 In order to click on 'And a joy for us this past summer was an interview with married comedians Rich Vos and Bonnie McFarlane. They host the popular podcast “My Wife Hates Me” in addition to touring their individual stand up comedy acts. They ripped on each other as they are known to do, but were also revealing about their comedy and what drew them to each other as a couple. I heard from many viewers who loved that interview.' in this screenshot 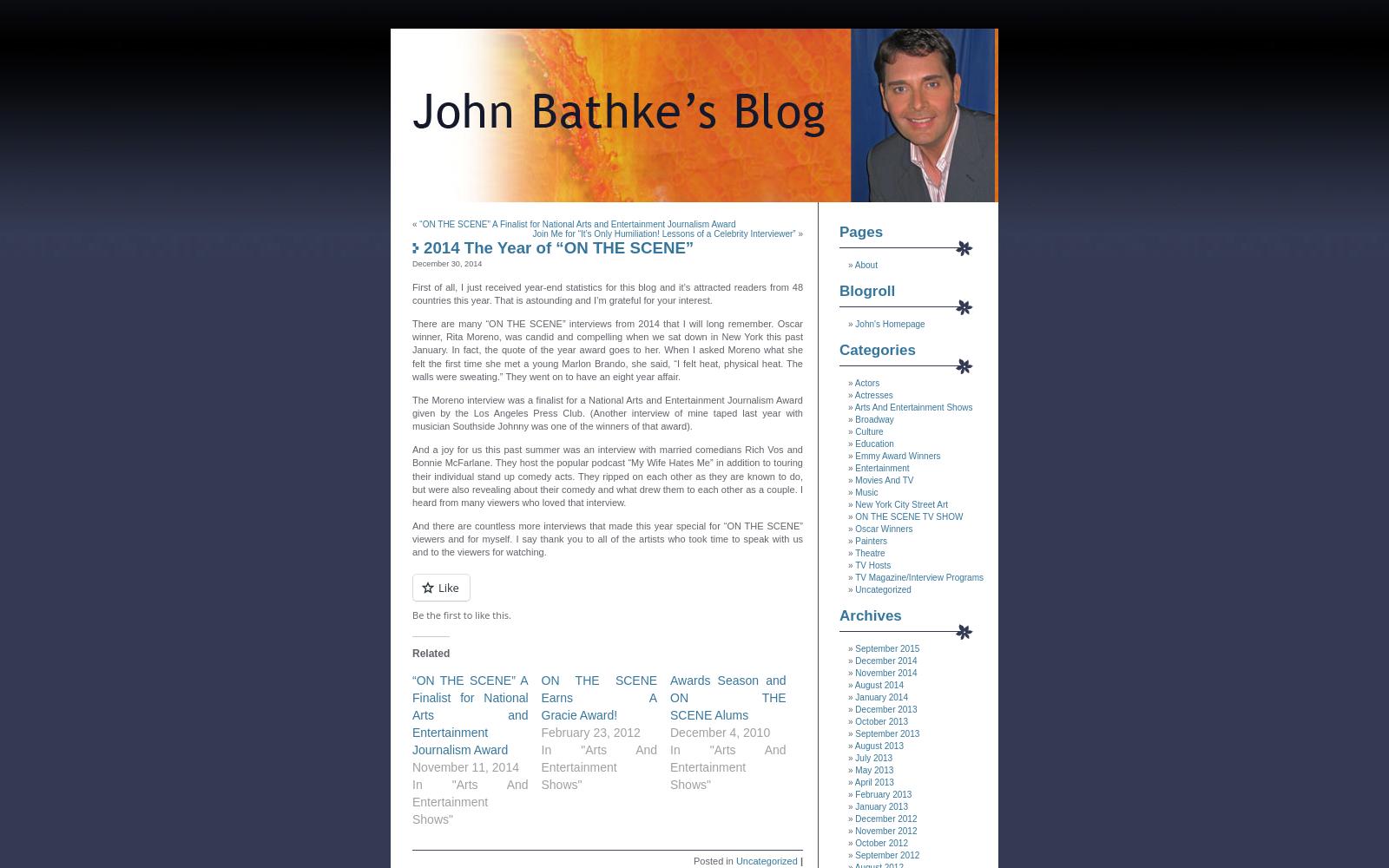, I will do `click(411, 476)`.